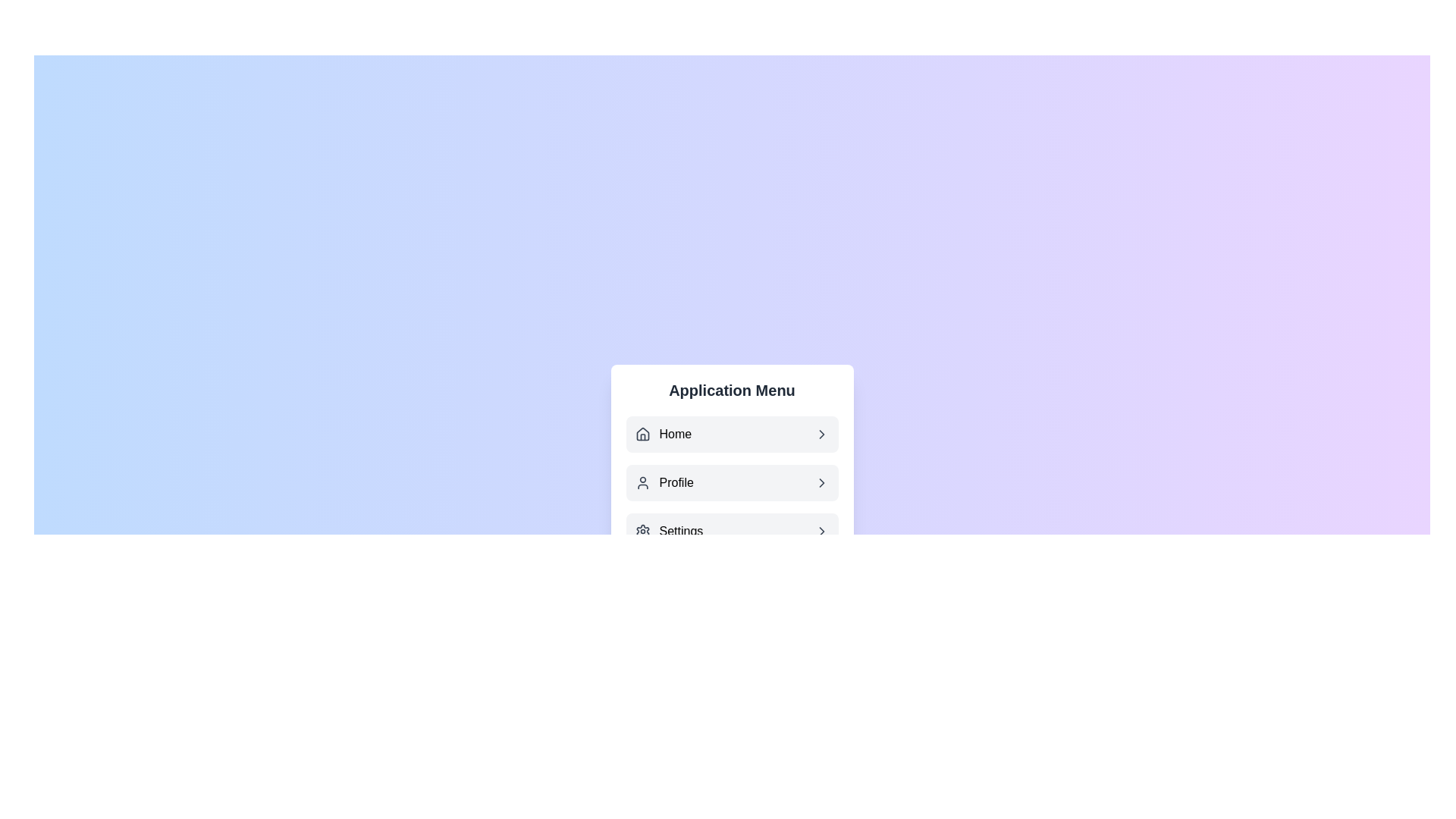 Image resolution: width=1456 pixels, height=819 pixels. What do you see at coordinates (674, 435) in the screenshot?
I see `the 'Home' text label or hyperlink in the Application Menu section` at bounding box center [674, 435].